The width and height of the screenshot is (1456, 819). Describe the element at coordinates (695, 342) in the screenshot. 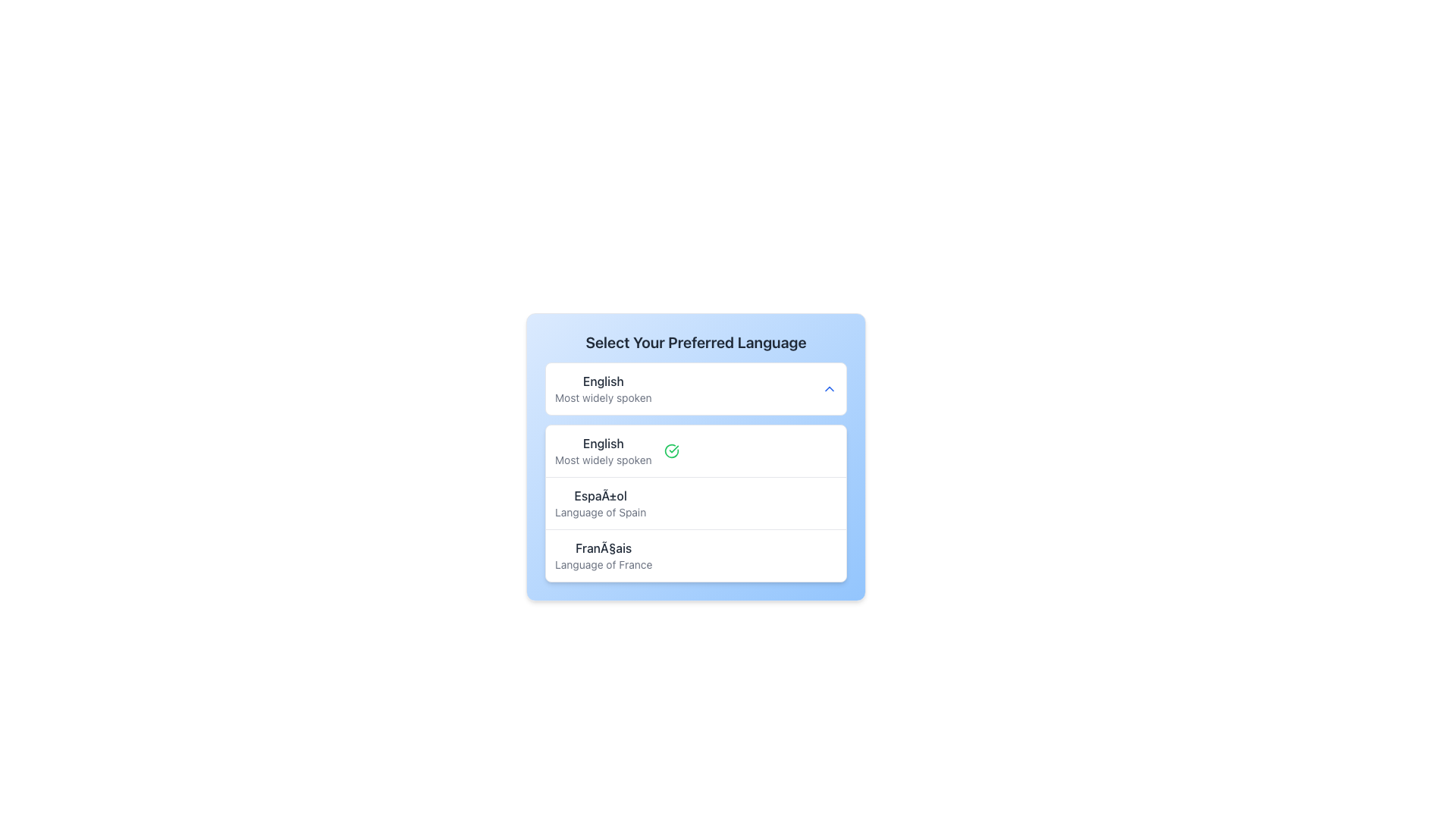

I see `the text label that serves as a heading or title, indicating the purpose of the section for language selection` at that location.